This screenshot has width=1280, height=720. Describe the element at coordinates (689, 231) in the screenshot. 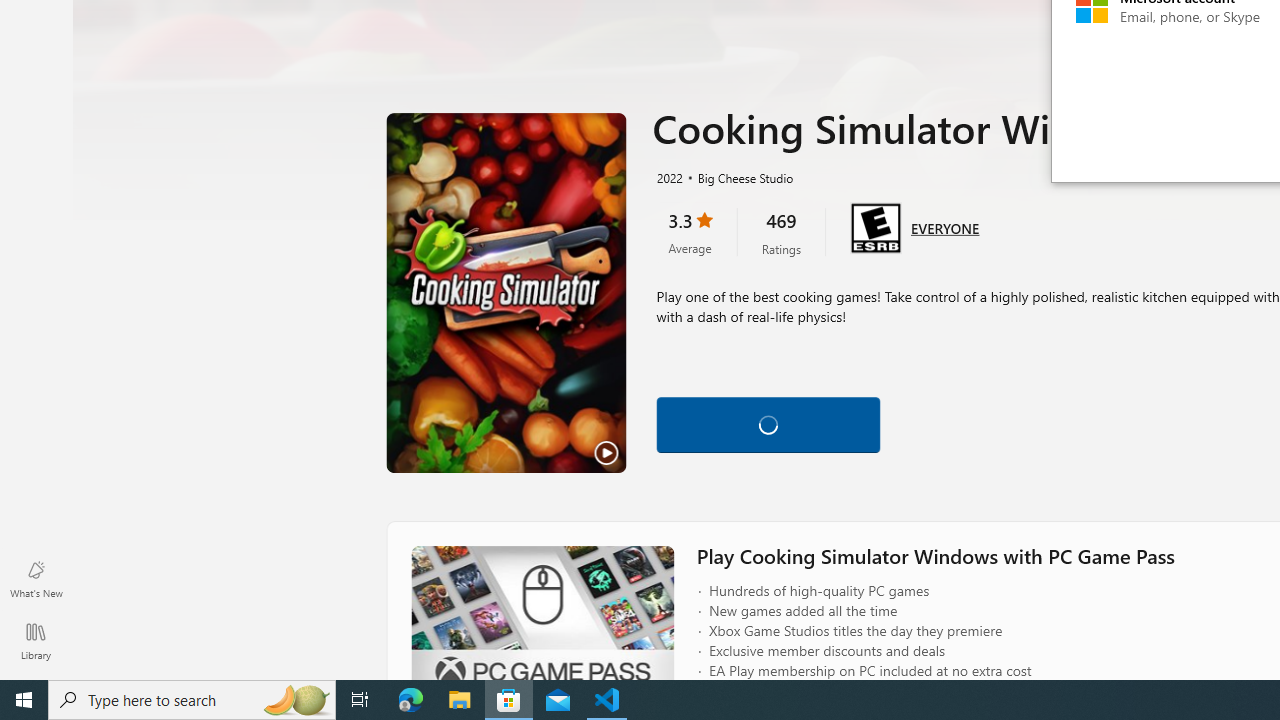

I see `'3.3 stars. Click to skip to ratings and reviews'` at that location.